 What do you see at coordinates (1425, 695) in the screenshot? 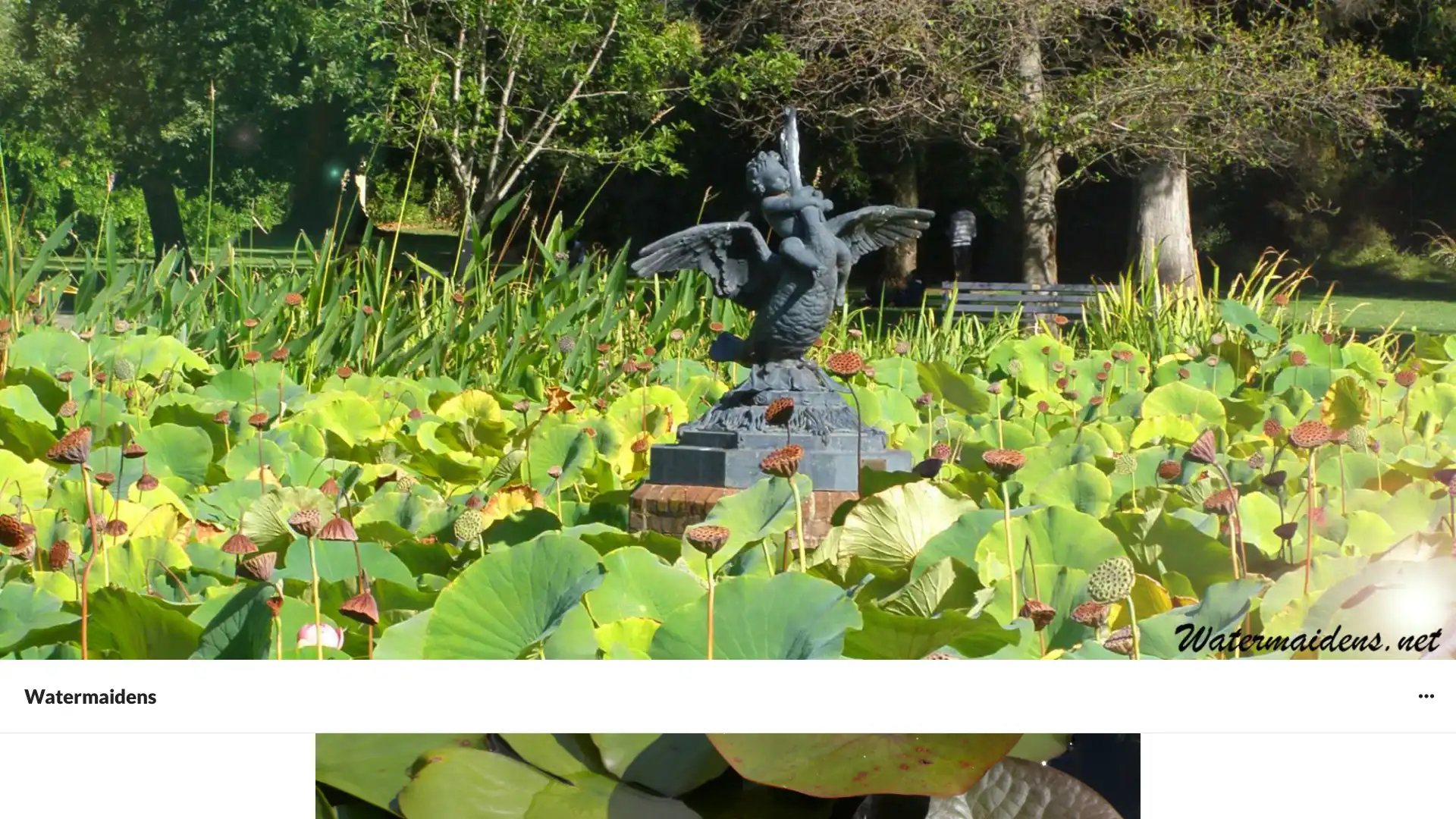
I see `WIDGETS` at bounding box center [1425, 695].